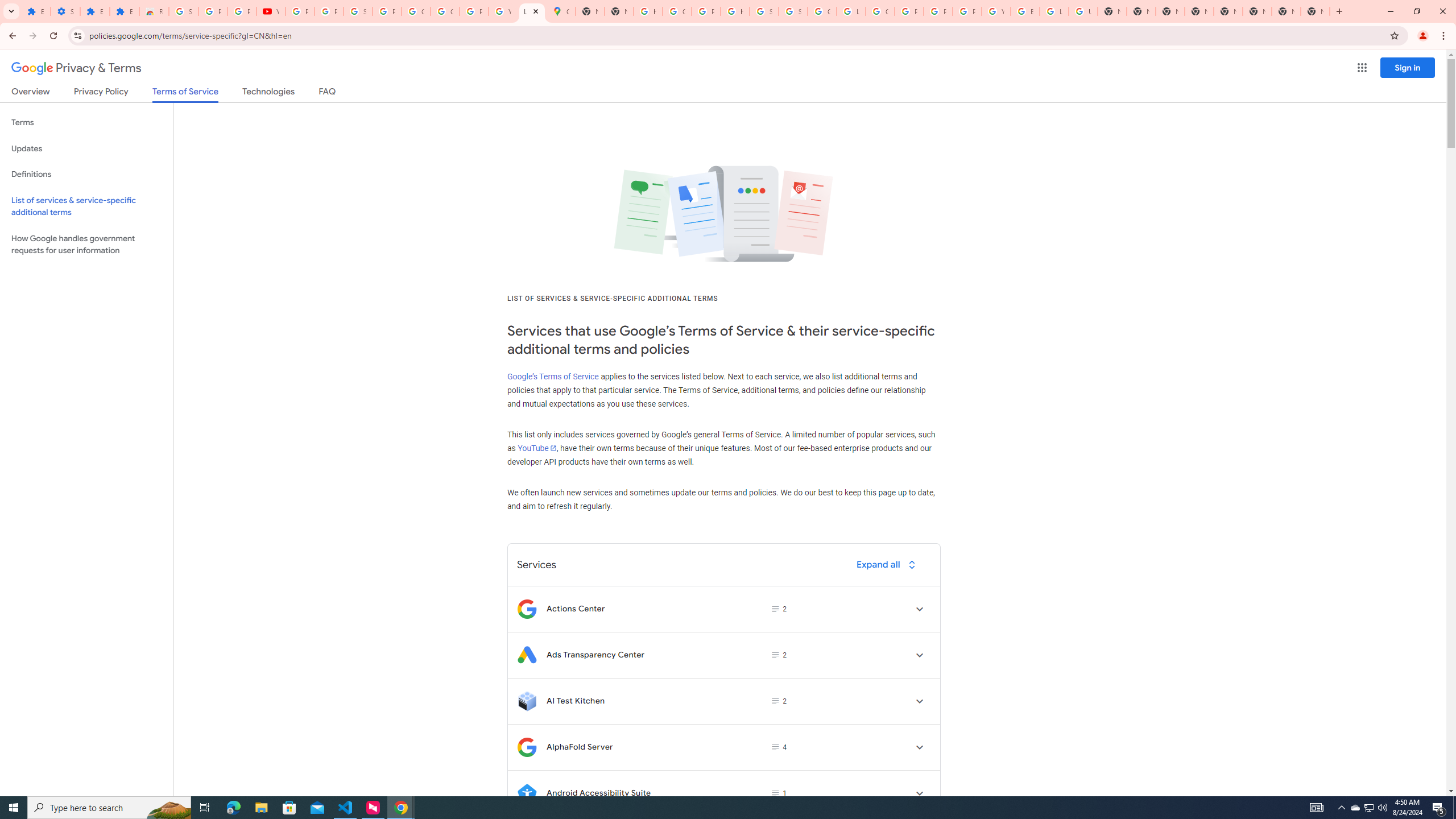  What do you see at coordinates (526, 654) in the screenshot?
I see `'Logo for Ads Transparency Center'` at bounding box center [526, 654].